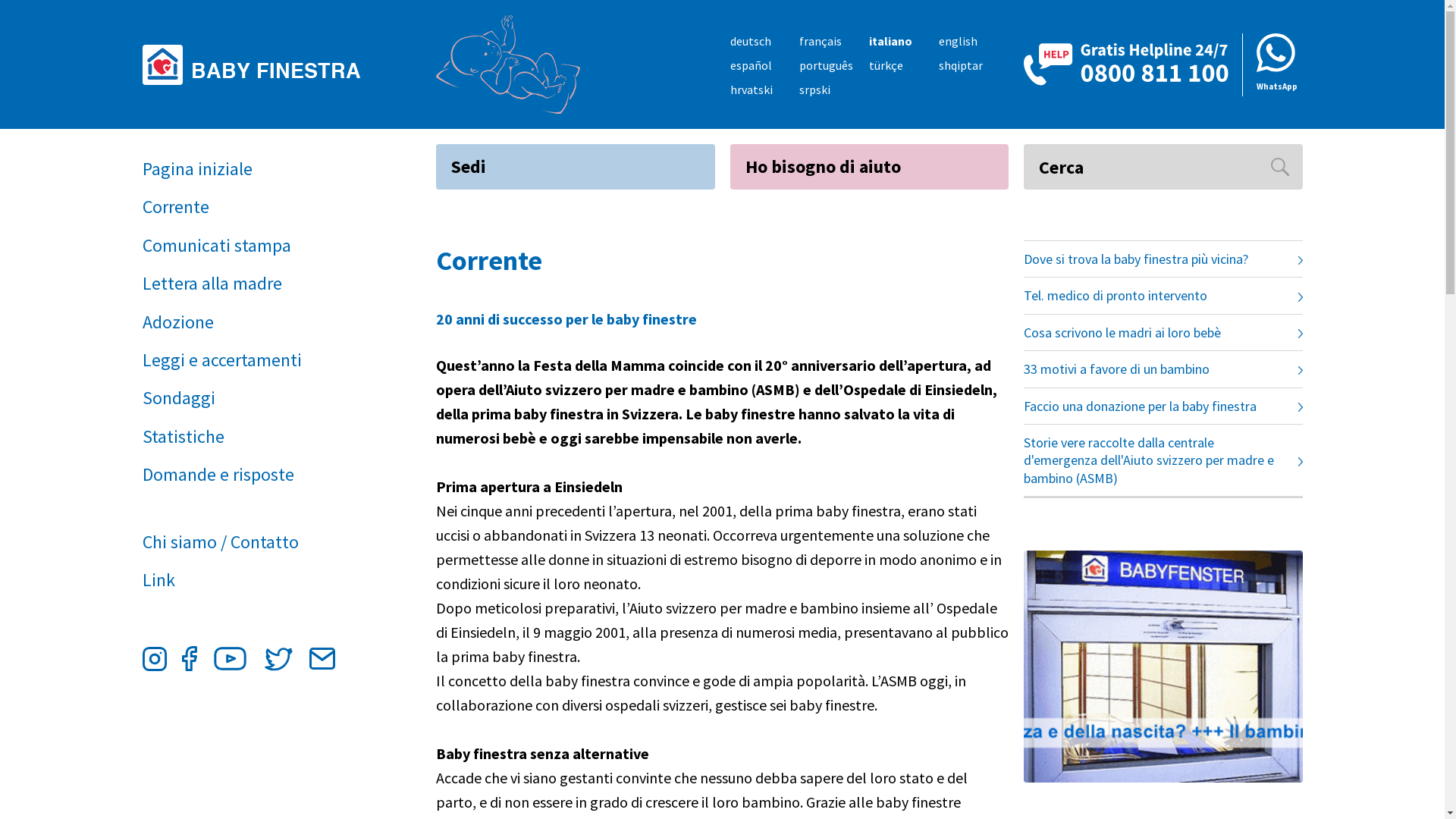 Image resolution: width=1456 pixels, height=819 pixels. Describe the element at coordinates (254, 579) in the screenshot. I see `'Link'` at that location.